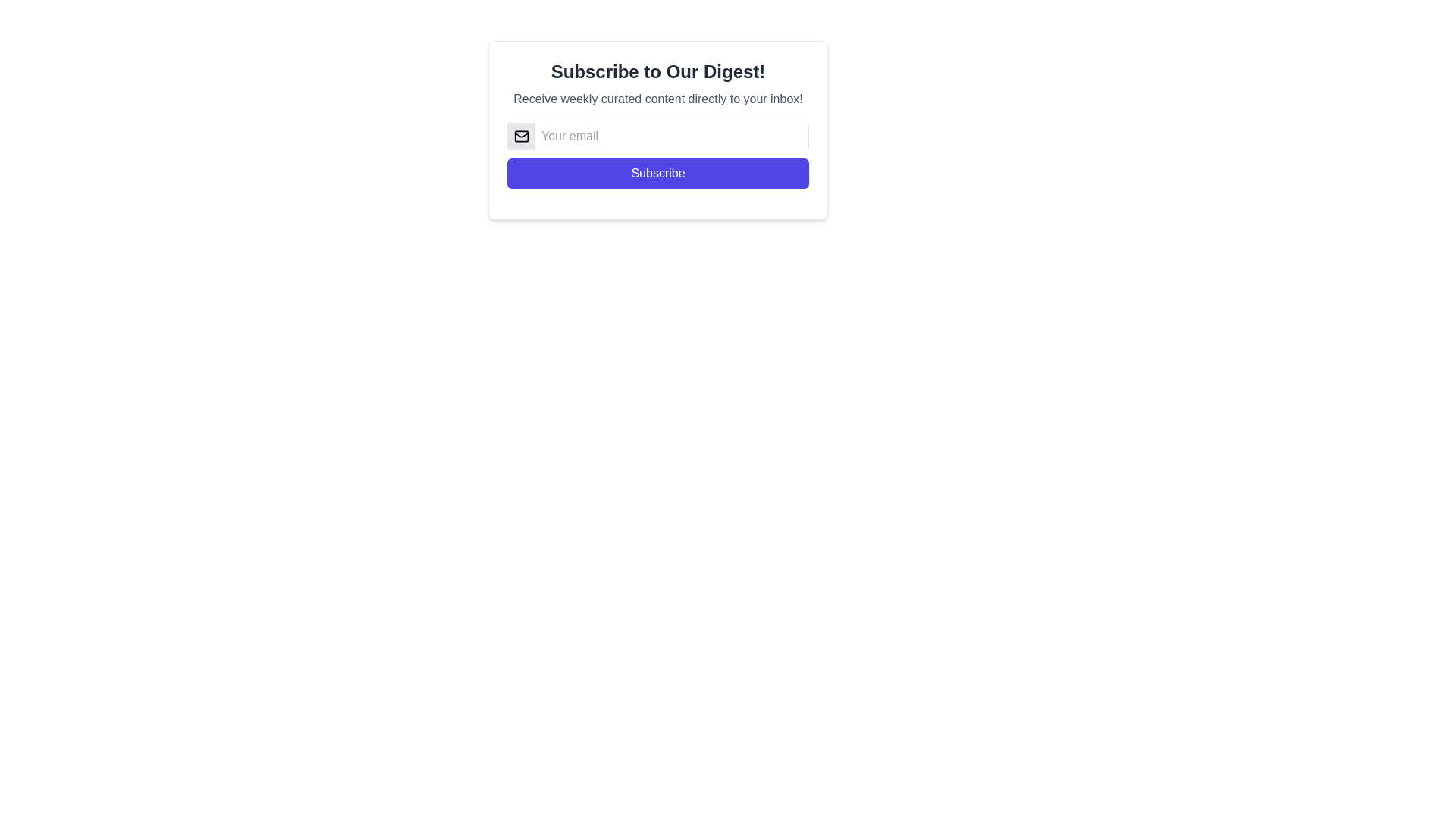 This screenshot has width=1456, height=819. I want to click on the static text that reads 'Receive weekly curated content directly to your inbox!', which is positioned below the header 'Subscribe to Our Digest!' and above the email input field, so click(658, 99).